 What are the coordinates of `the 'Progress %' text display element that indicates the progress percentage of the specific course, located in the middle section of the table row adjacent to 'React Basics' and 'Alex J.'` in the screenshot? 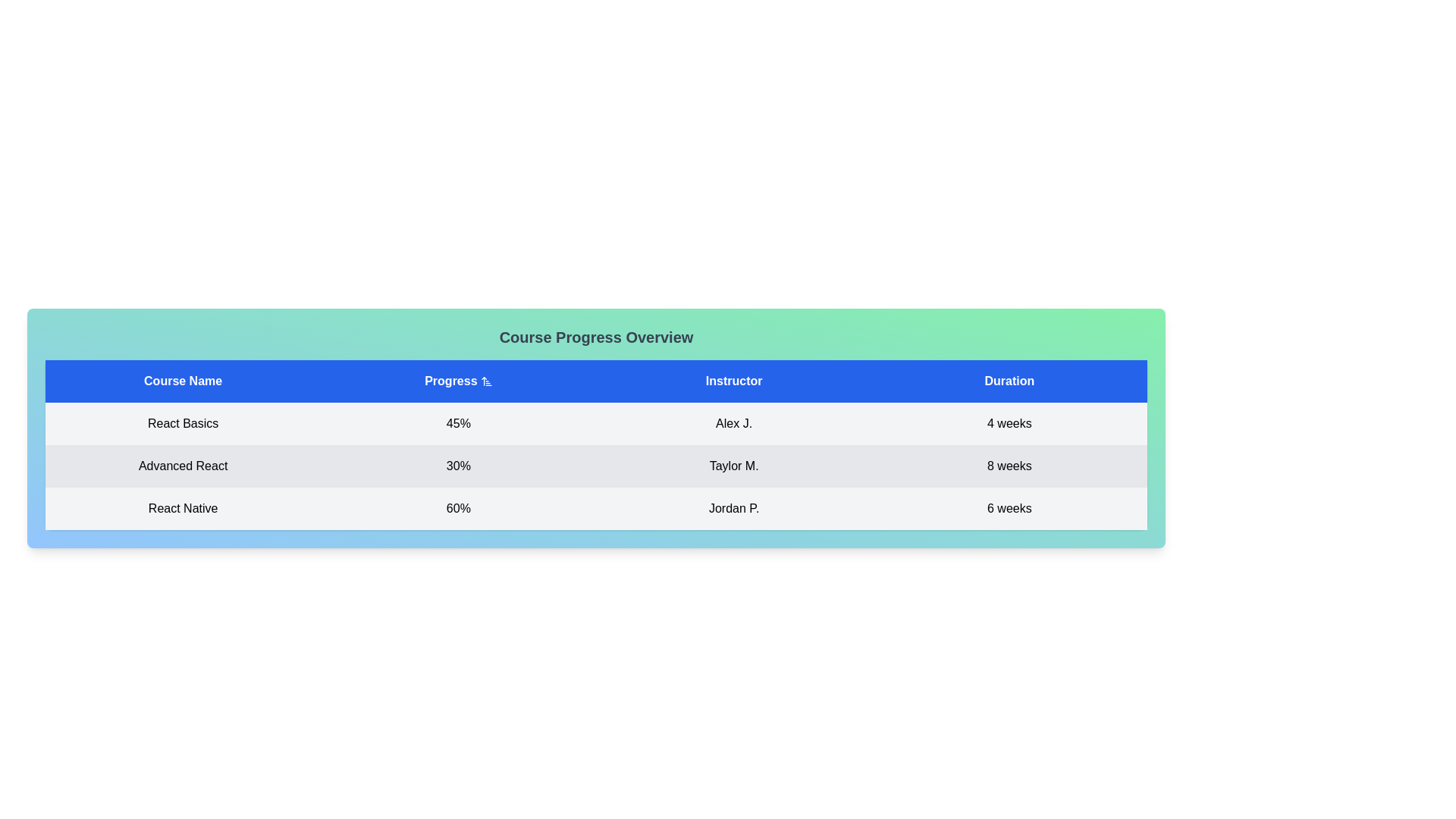 It's located at (457, 424).